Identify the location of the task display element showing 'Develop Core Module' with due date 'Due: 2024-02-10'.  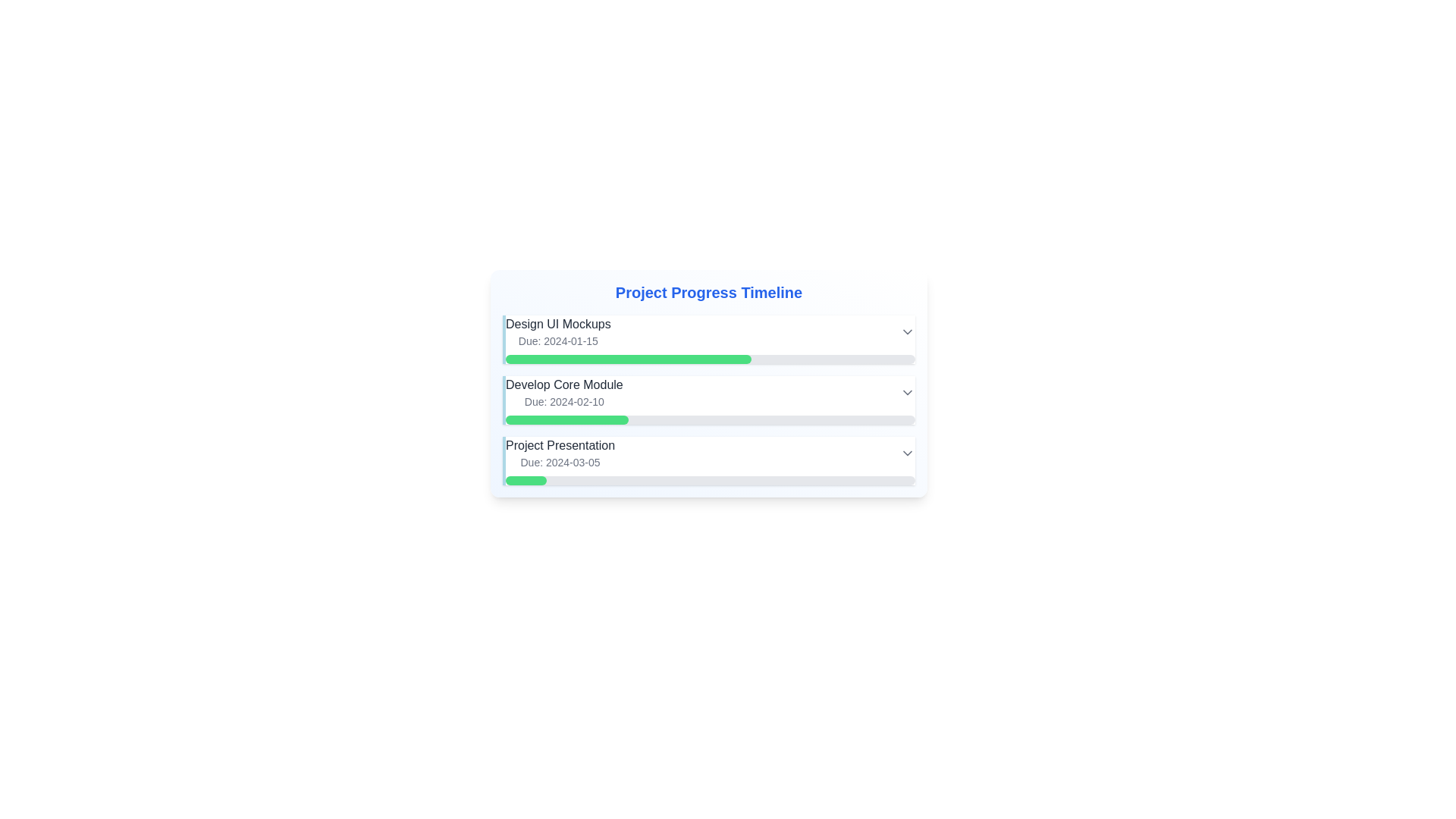
(708, 395).